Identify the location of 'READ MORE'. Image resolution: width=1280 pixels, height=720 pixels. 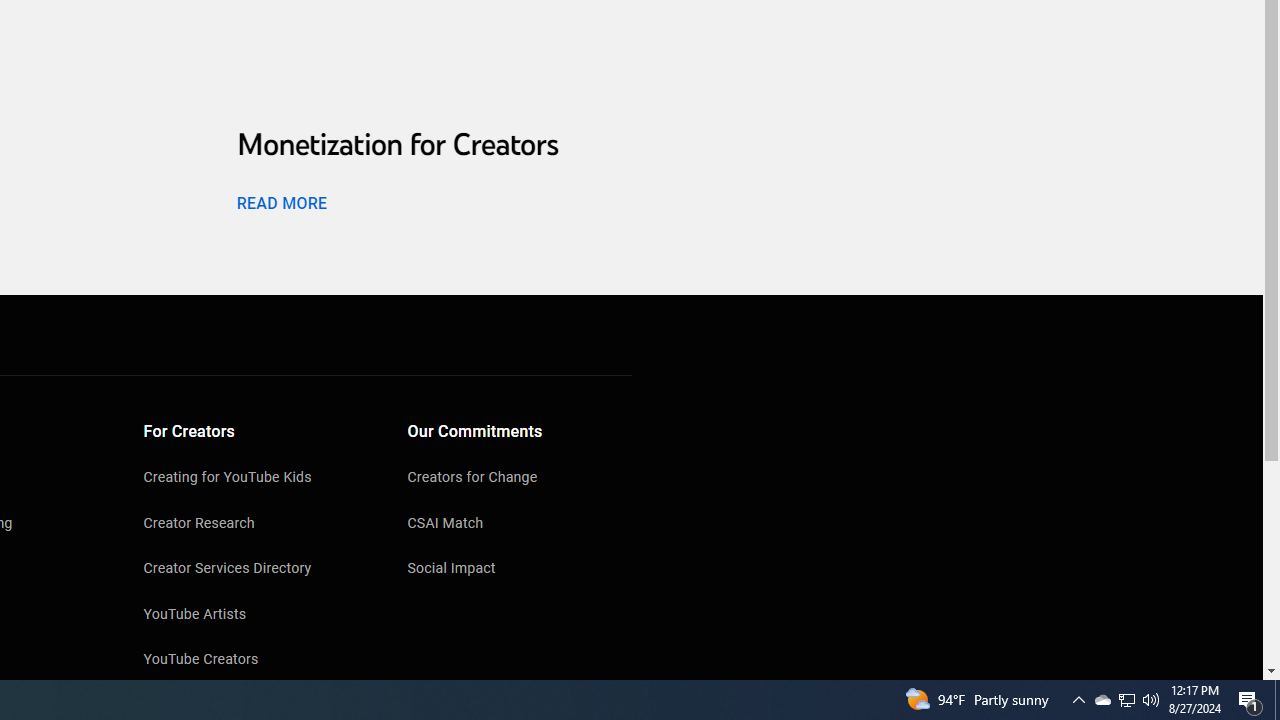
(280, 203).